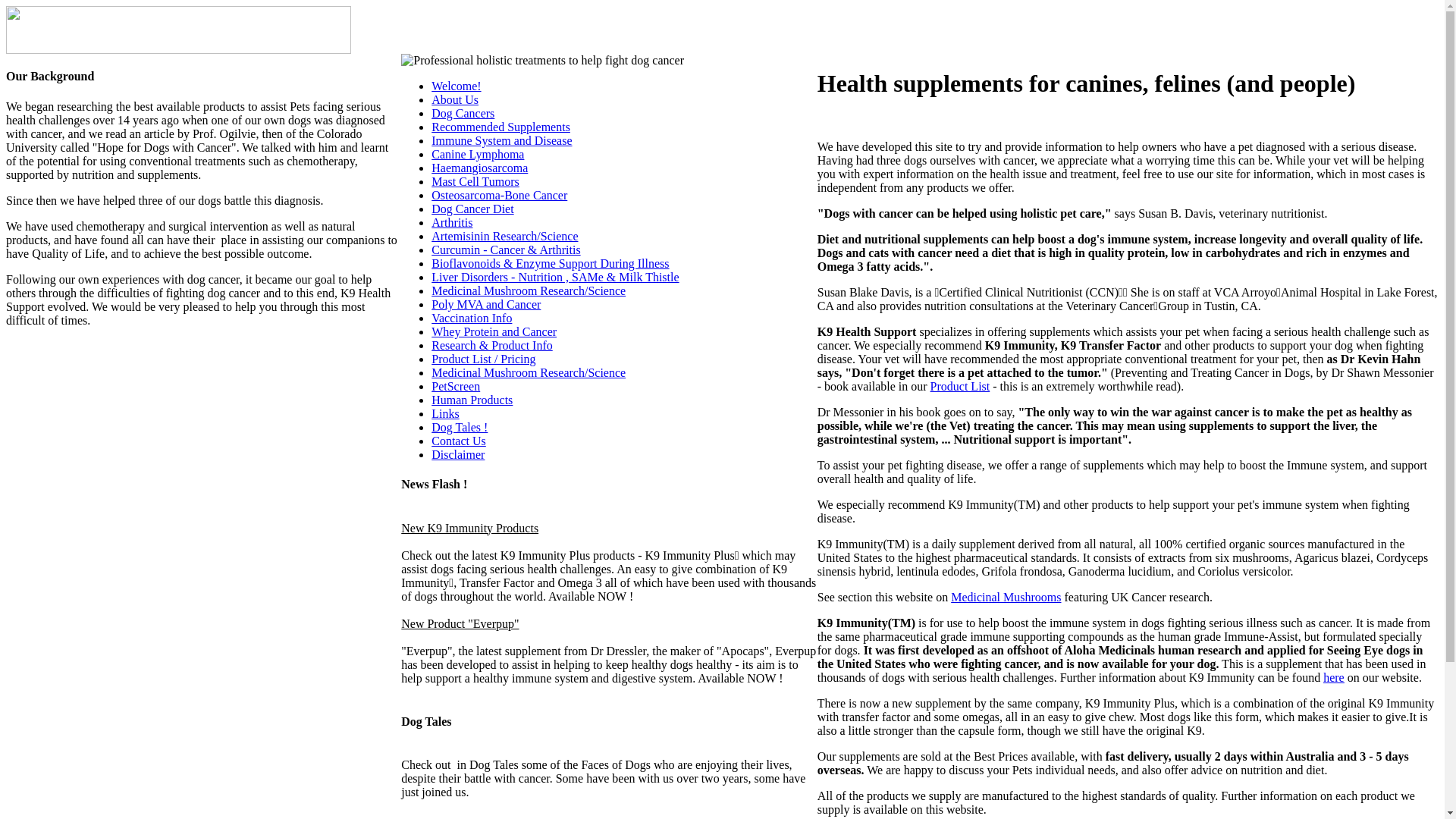  I want to click on 'PetScreen', so click(454, 385).